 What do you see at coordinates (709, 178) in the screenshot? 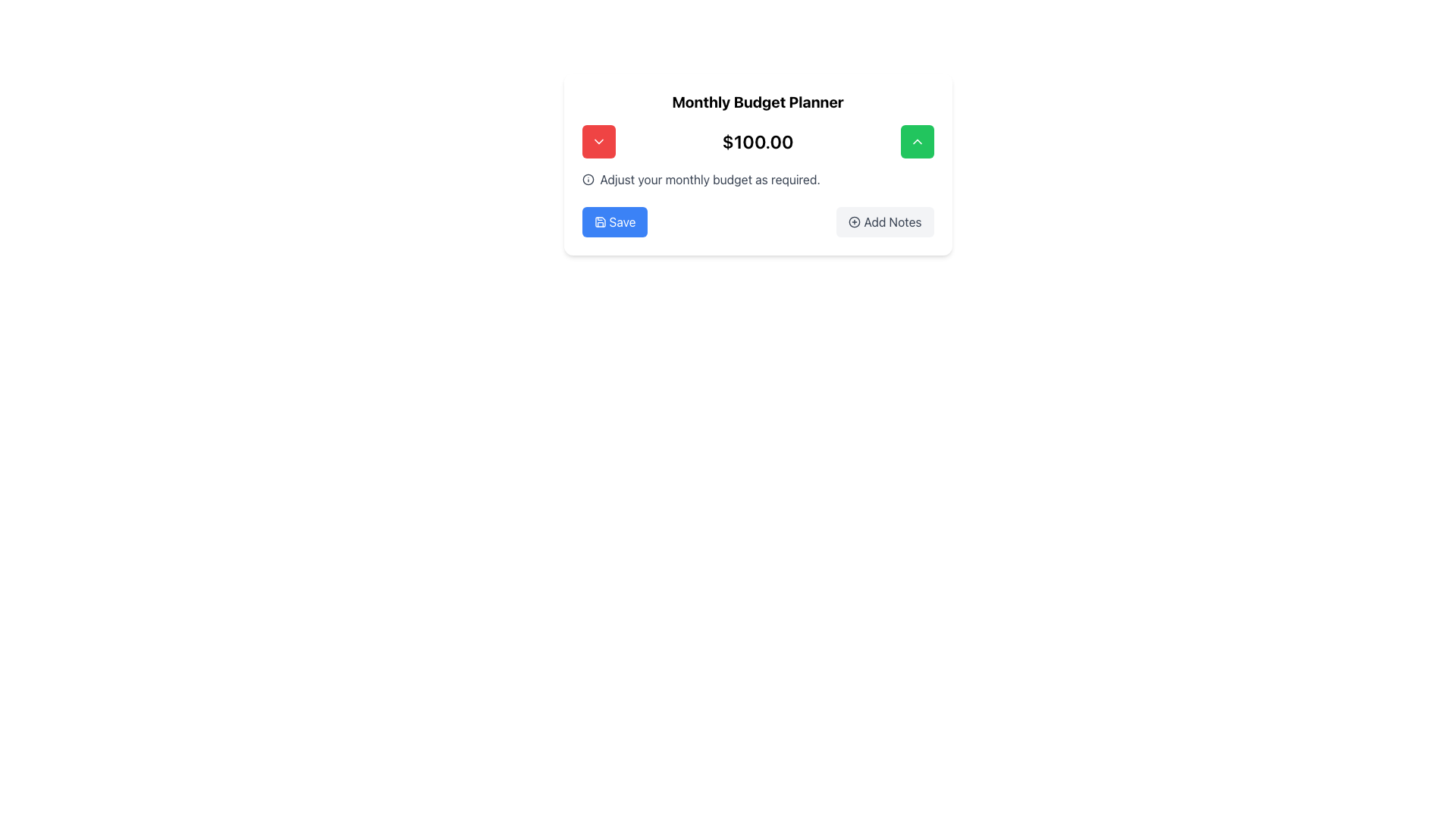
I see `text that says 'Adjust your monthly budget as required.' located below the monetary value display of '$100.00' in the 'Monthly Budget Planner' section` at bounding box center [709, 178].